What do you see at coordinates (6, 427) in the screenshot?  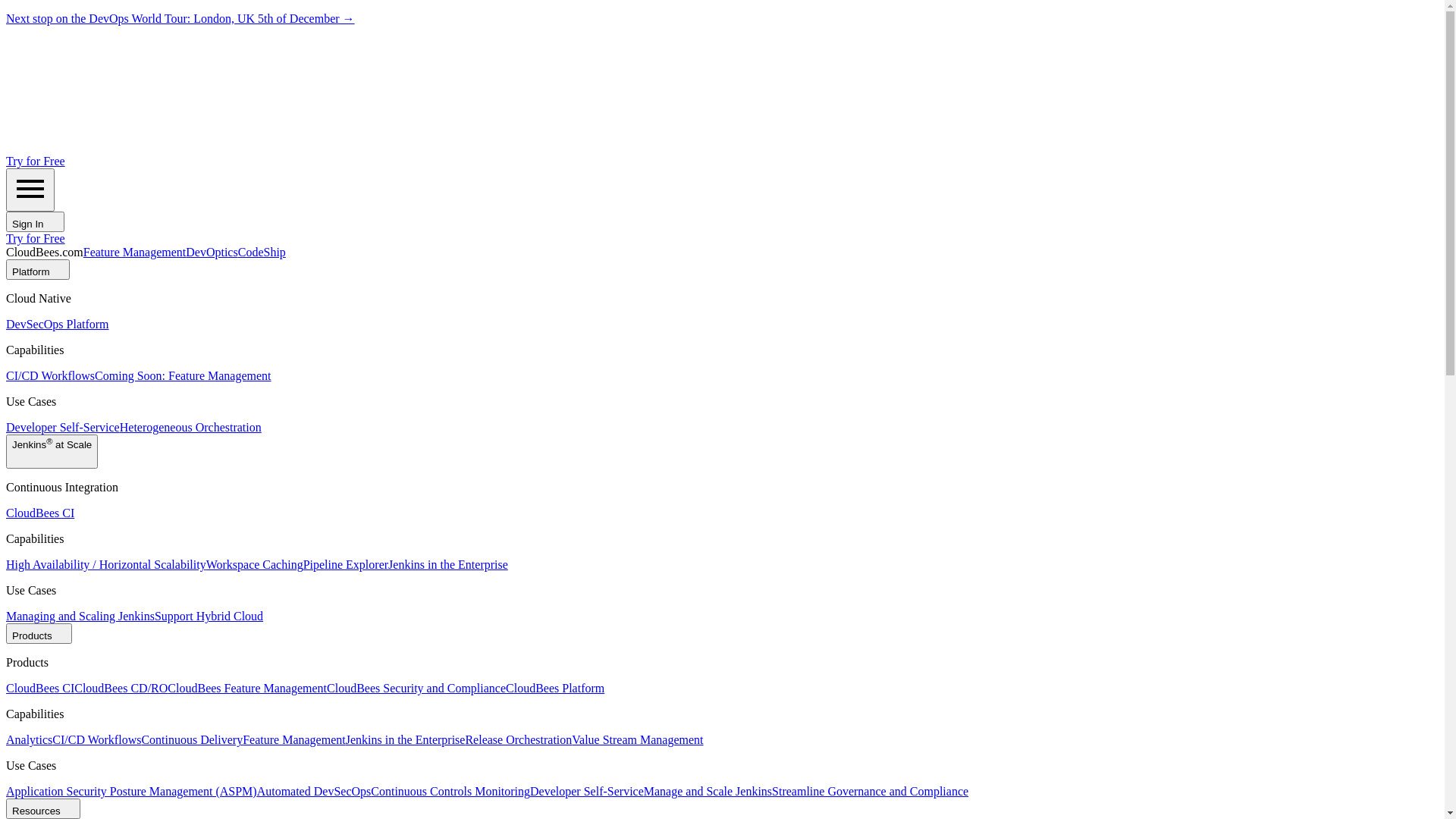 I see `'Developer Self-Service'` at bounding box center [6, 427].